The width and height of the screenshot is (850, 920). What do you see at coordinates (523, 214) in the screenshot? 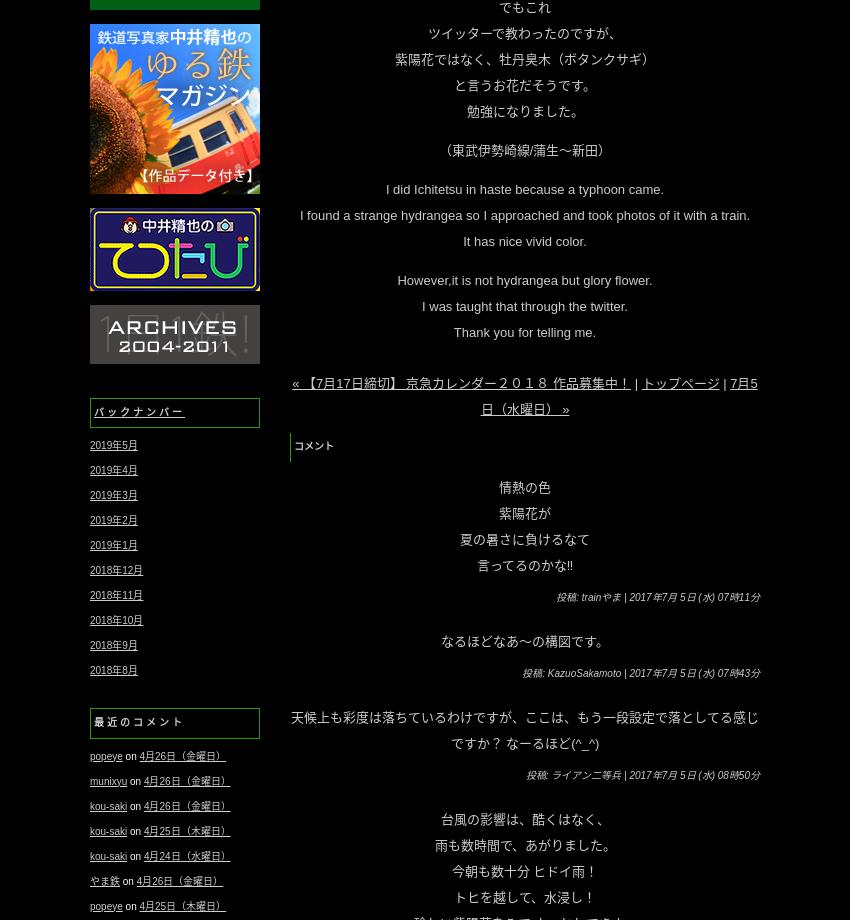
I see `'I found a strange hydrangea so I approached and took photos of it with a train.'` at bounding box center [523, 214].